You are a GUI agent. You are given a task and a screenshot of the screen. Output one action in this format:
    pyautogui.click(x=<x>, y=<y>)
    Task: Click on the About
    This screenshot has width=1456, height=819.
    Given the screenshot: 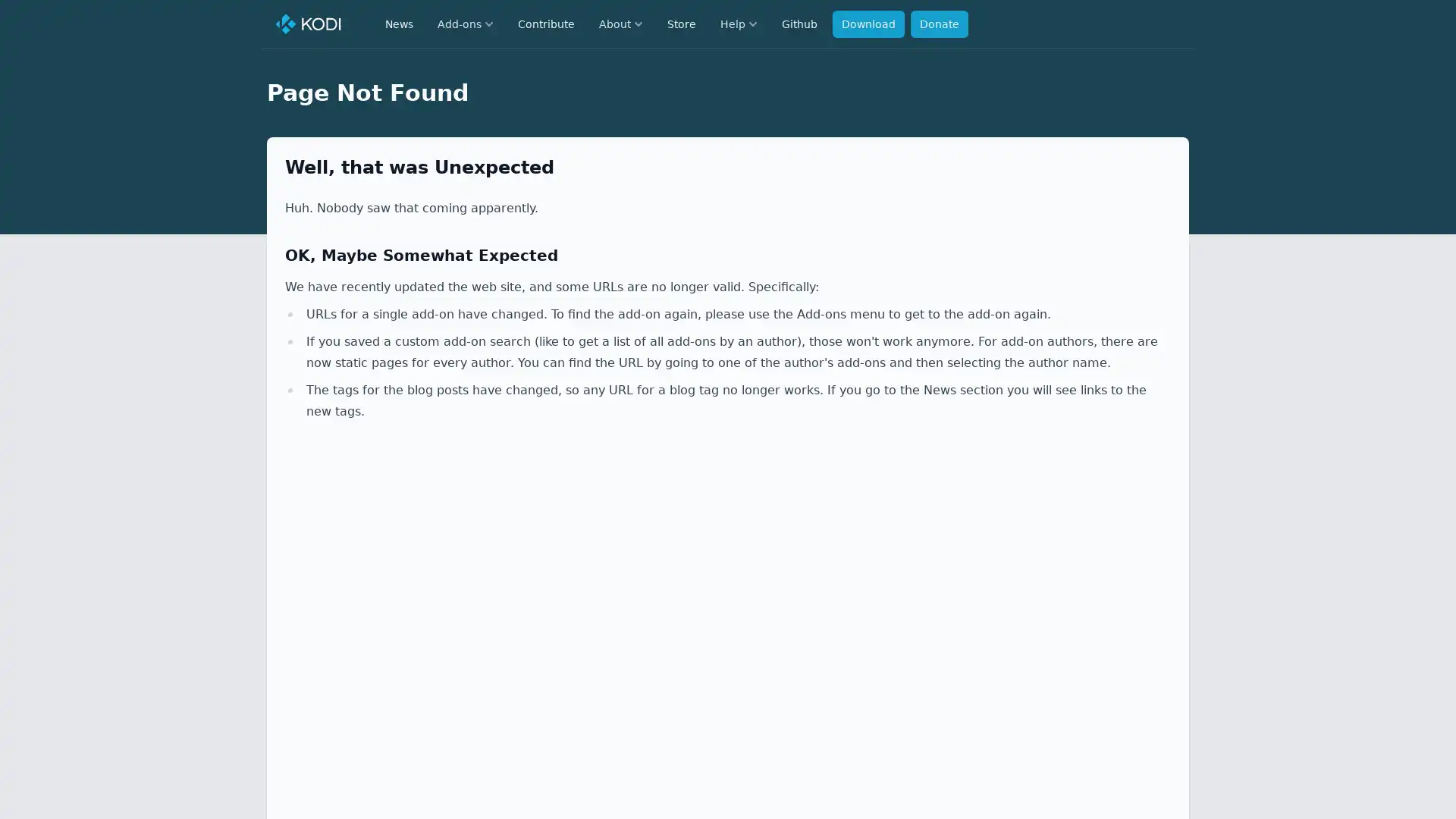 What is the action you would take?
    pyautogui.click(x=621, y=24)
    